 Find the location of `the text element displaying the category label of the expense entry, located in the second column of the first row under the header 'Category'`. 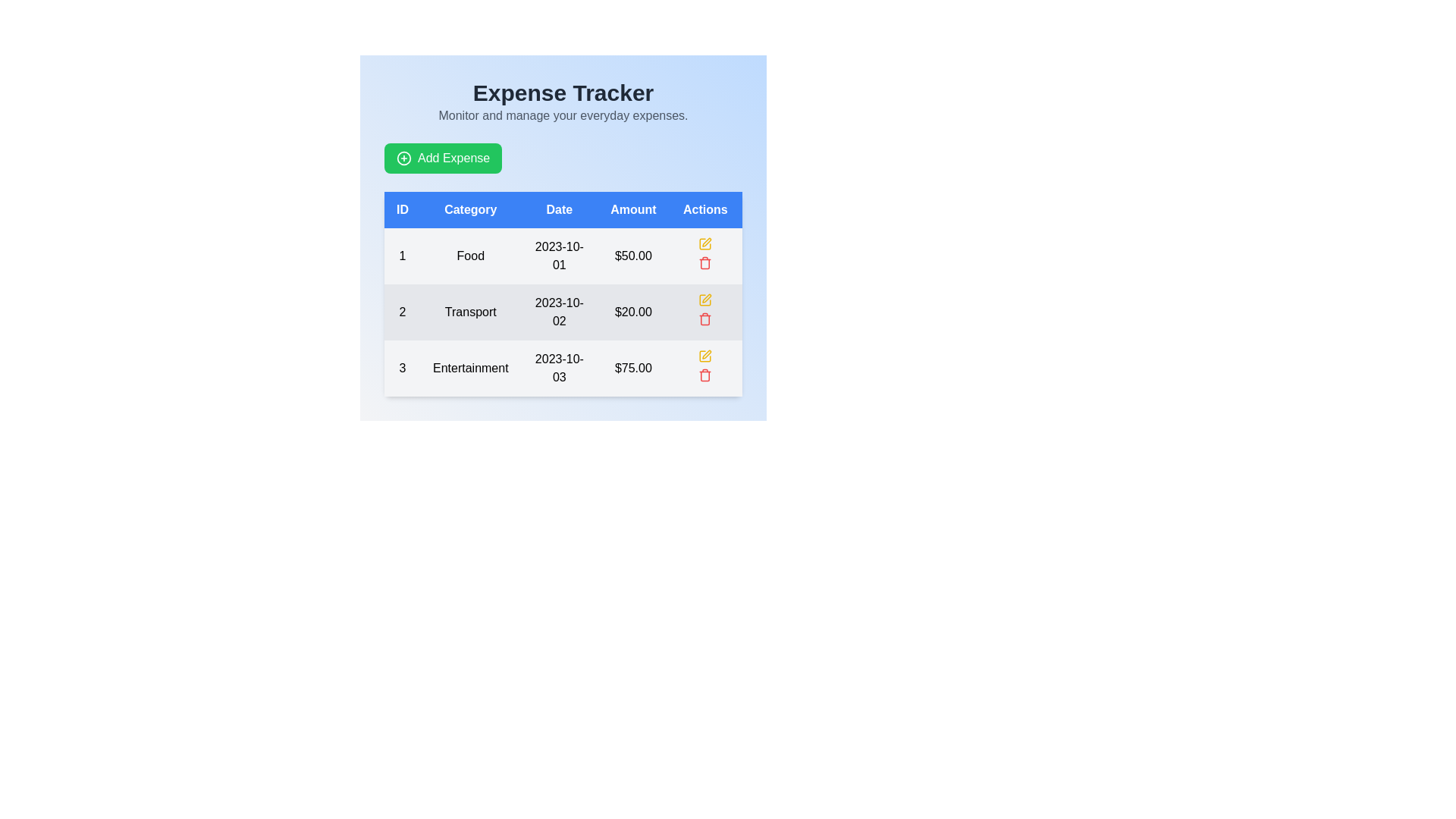

the text element displaying the category label of the expense entry, located in the second column of the first row under the header 'Category' is located at coordinates (469, 256).